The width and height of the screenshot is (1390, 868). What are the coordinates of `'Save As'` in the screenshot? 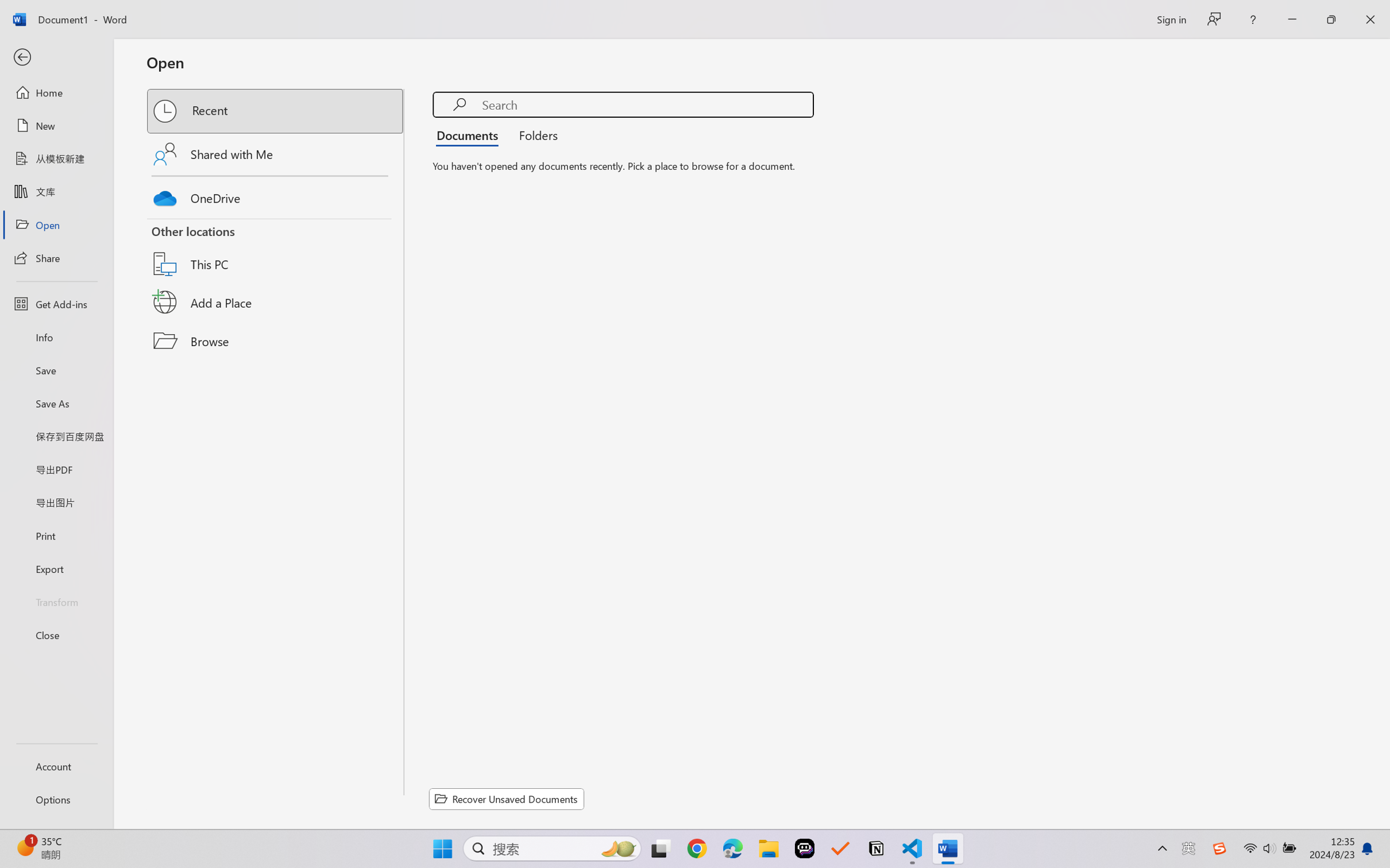 It's located at (56, 403).